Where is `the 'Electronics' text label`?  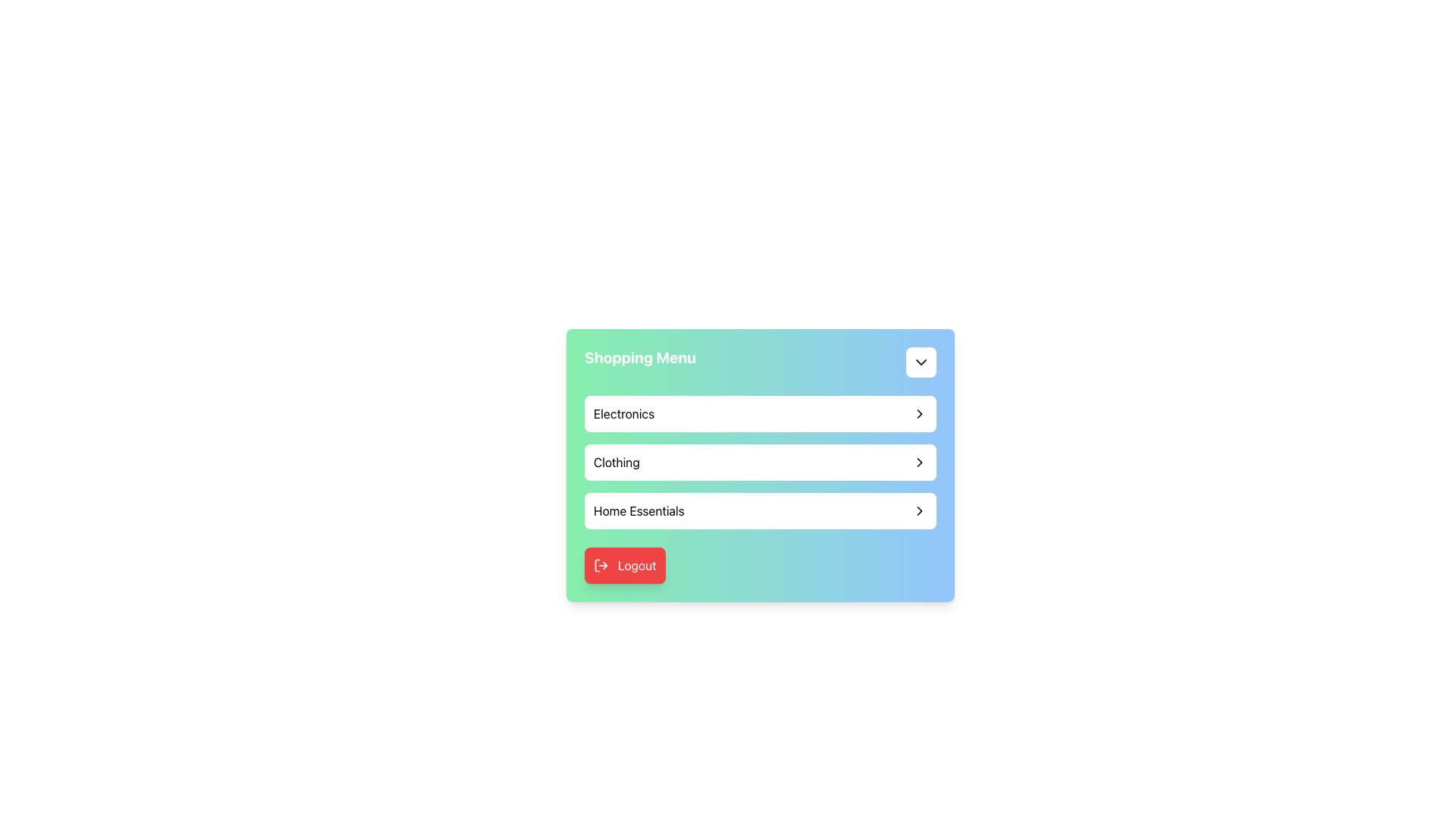
the 'Electronics' text label is located at coordinates (624, 414).